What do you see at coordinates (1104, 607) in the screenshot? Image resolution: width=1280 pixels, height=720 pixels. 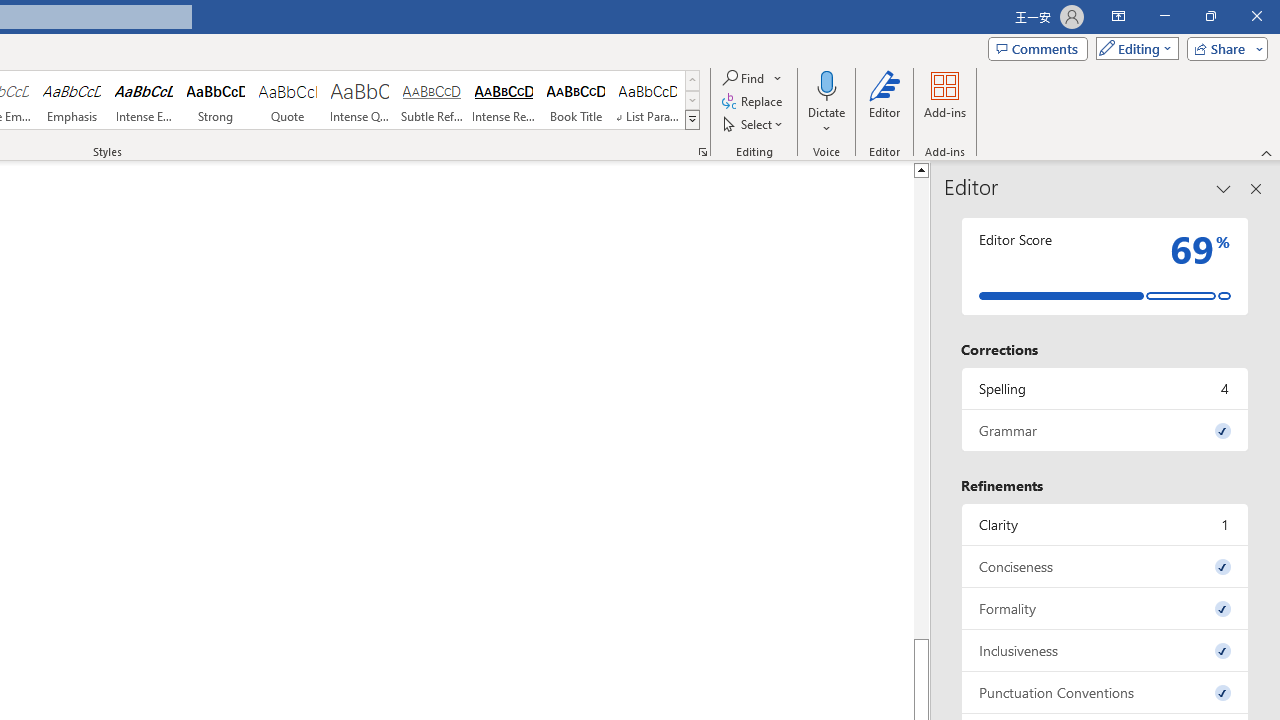 I see `'Formality, 0 issues. Press space or enter to review items.'` at bounding box center [1104, 607].